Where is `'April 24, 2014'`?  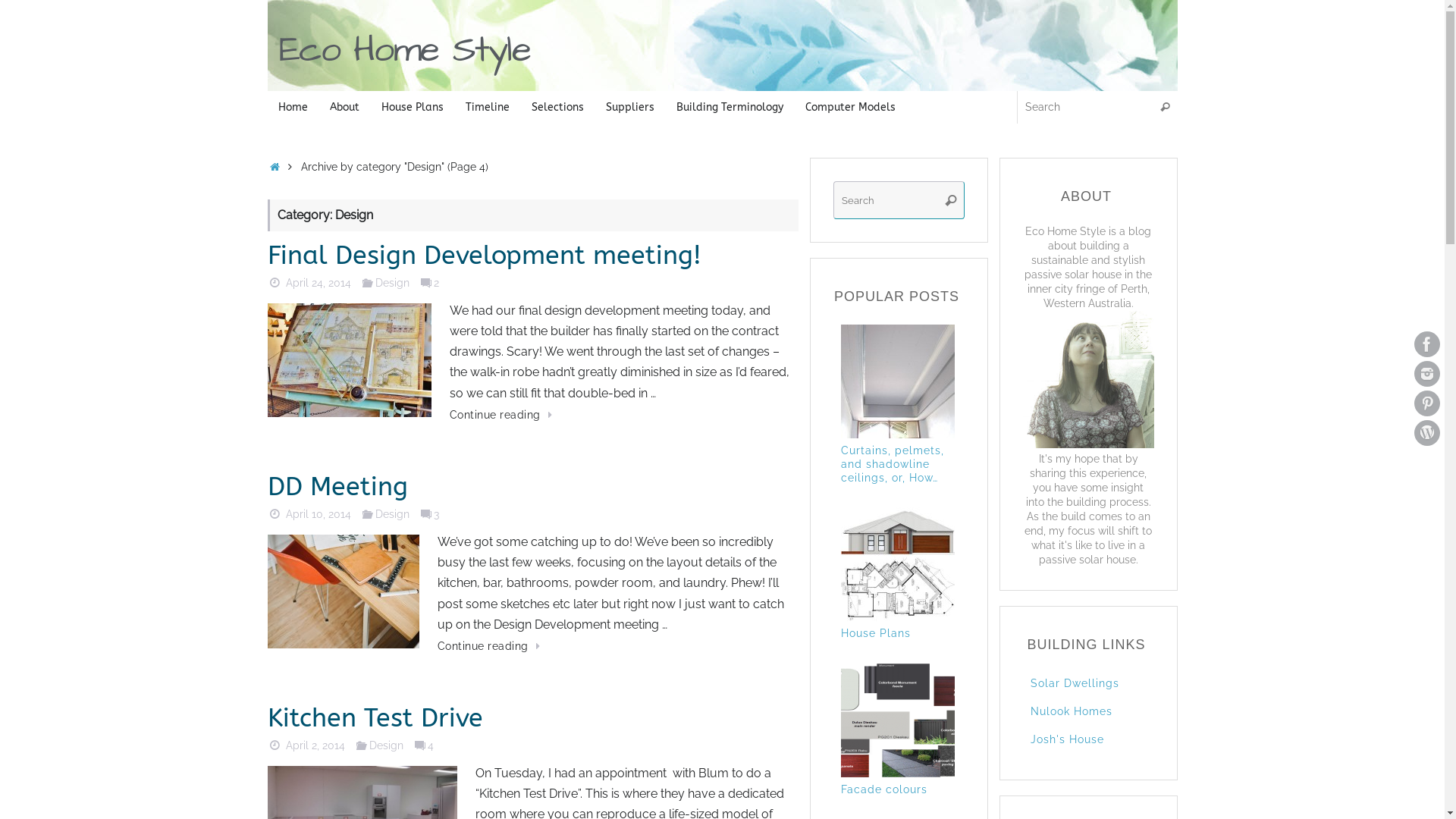
'April 24, 2014' is located at coordinates (286, 282).